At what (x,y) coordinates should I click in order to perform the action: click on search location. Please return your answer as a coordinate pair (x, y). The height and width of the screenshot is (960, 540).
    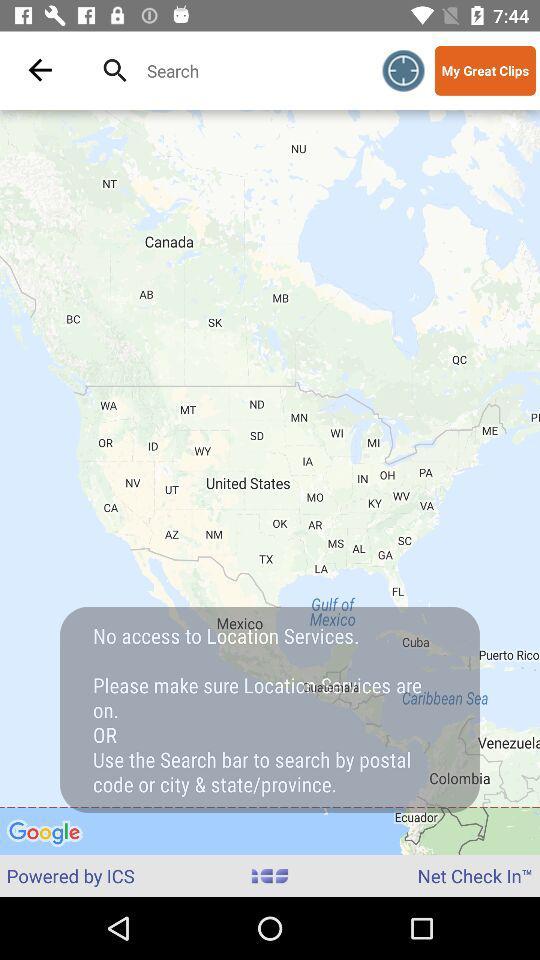
    Looking at the image, I should click on (248, 70).